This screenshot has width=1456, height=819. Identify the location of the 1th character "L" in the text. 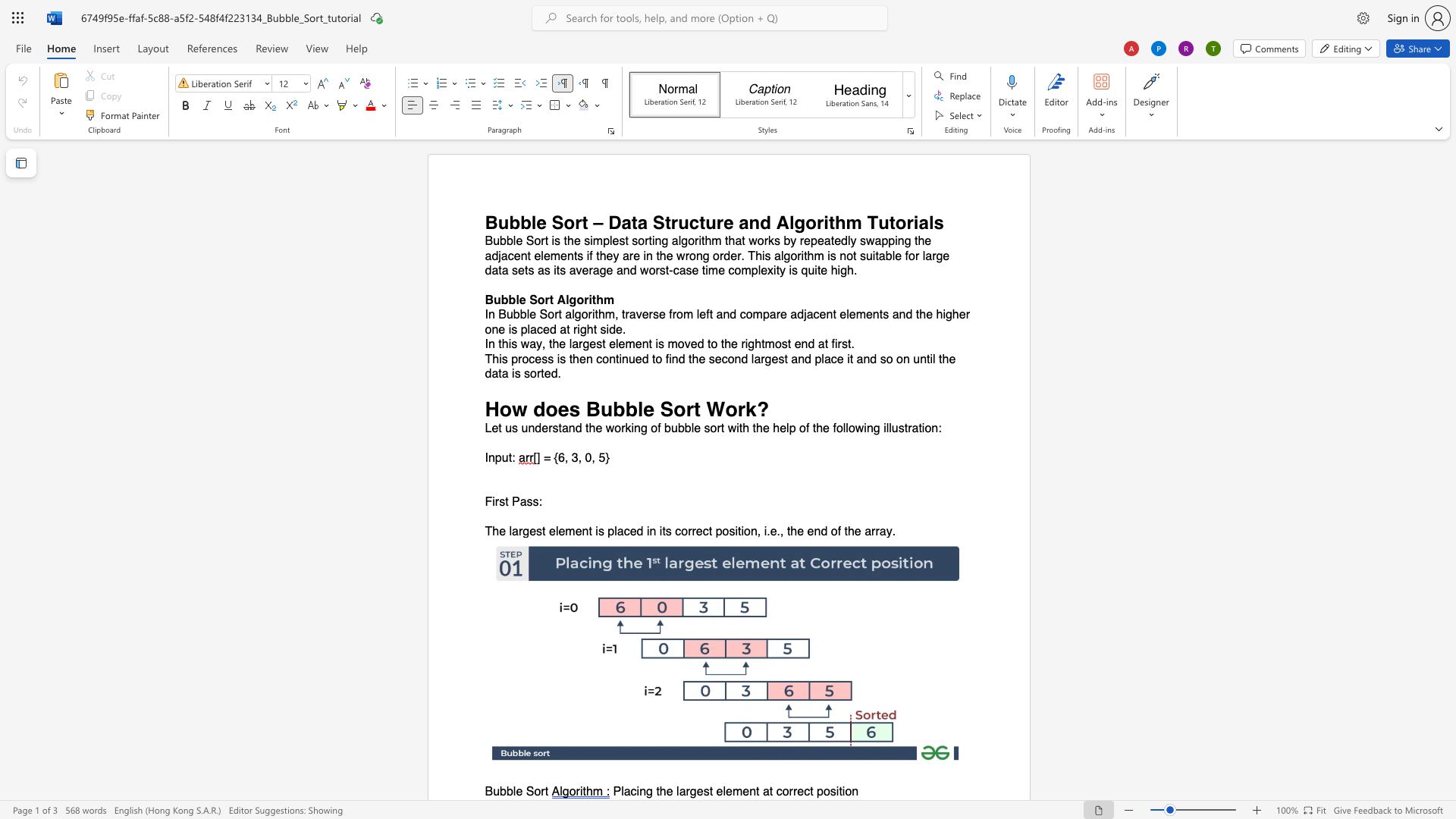
(488, 428).